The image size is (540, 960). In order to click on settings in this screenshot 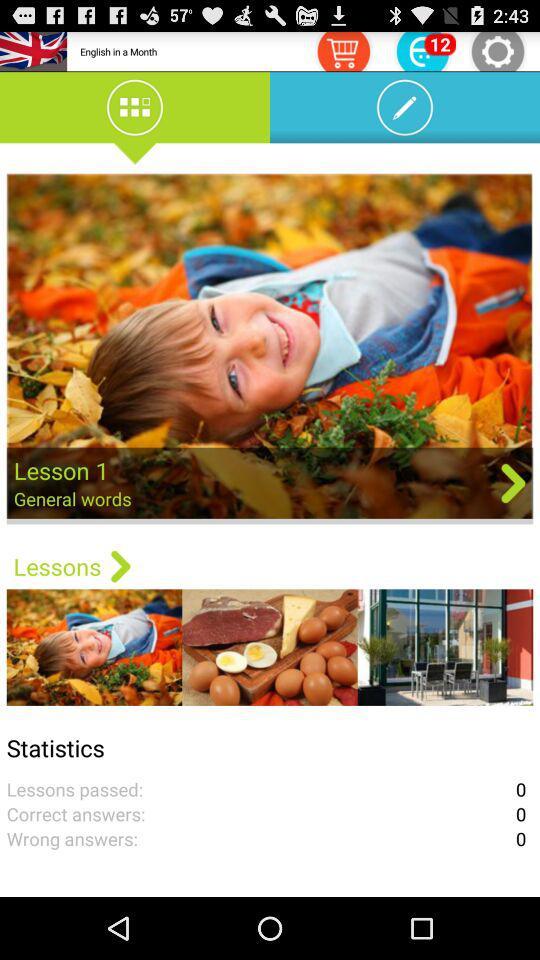, I will do `click(496, 50)`.